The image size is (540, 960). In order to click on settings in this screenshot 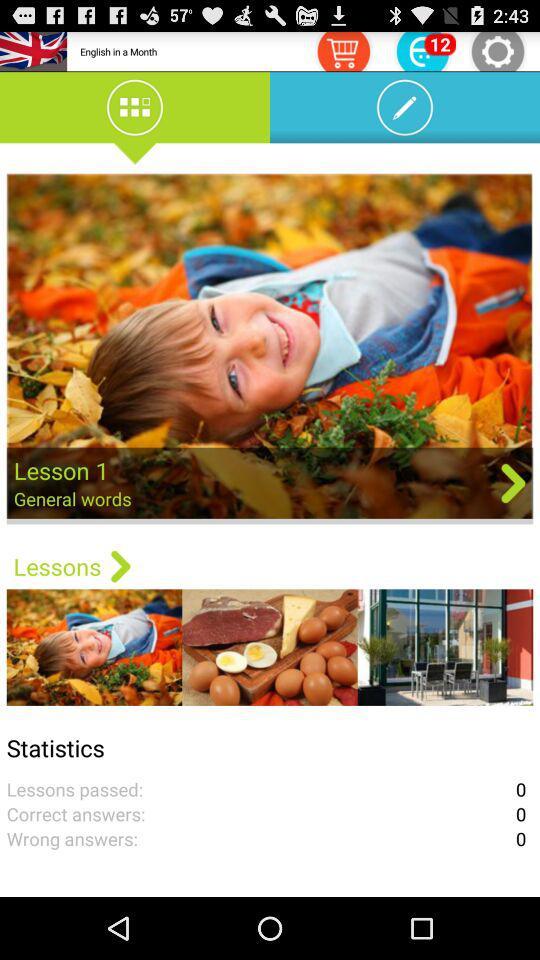, I will do `click(496, 50)`.